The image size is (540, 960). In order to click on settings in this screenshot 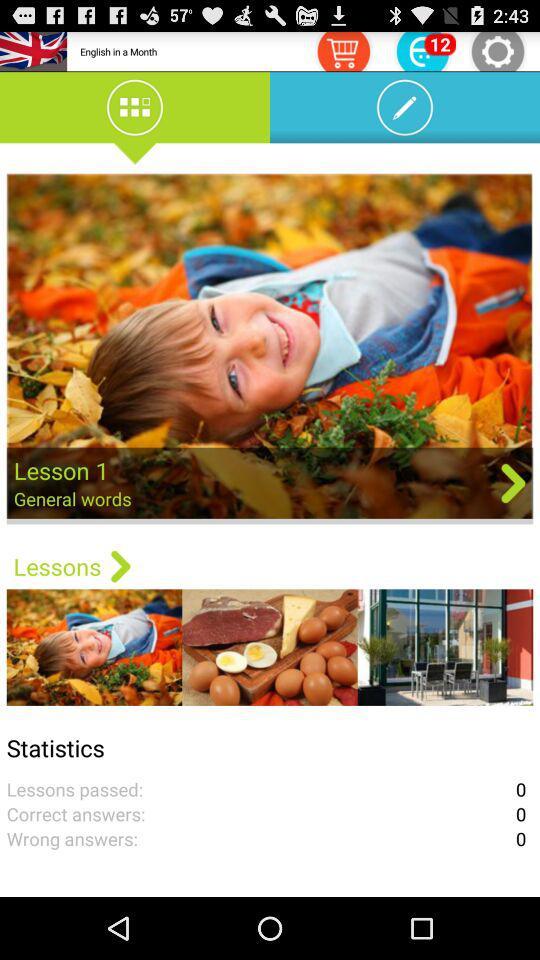, I will do `click(496, 50)`.